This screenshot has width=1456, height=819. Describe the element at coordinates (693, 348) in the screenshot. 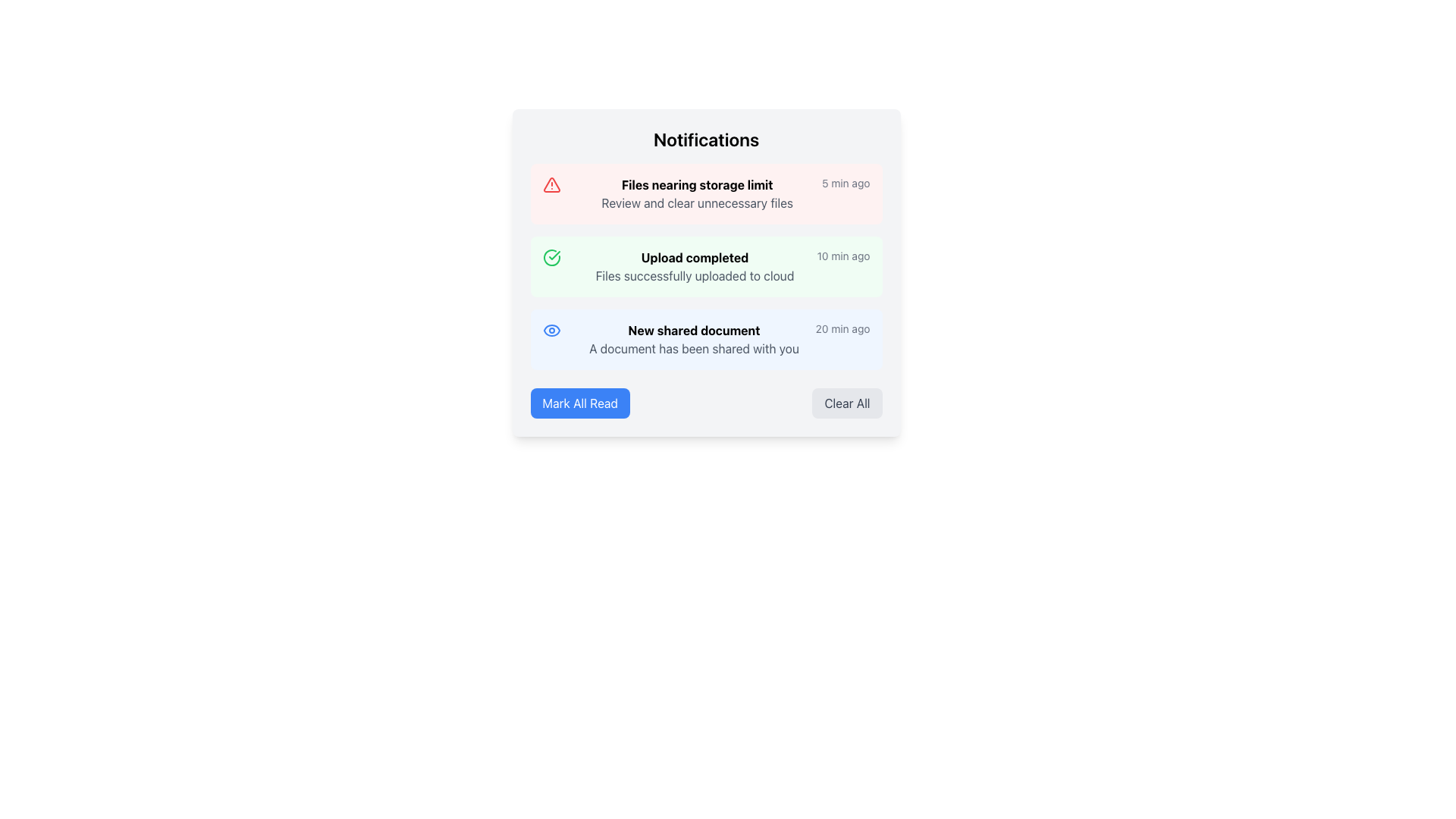

I see `the subtitle text that provides additional information about the 'New shared document' notification, located below the main notification text in the third notification of the vertically-stacked notification list` at that location.